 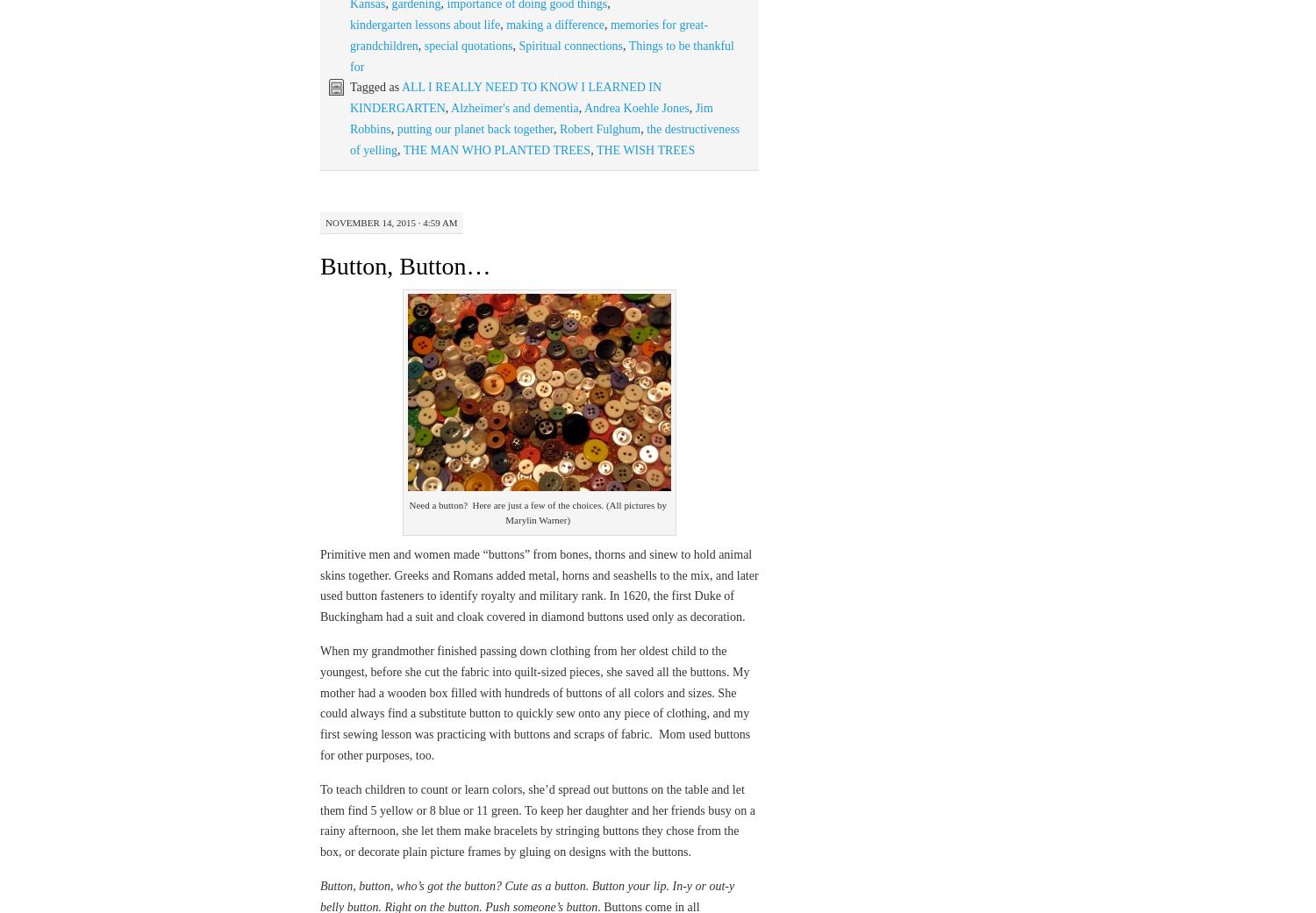 What do you see at coordinates (534, 703) in the screenshot?
I see `'When my grandmother finished passing down clothing from her oldest child to the youngest, before she cut the fabric into quilt-sized pieces, she saved all the buttons. My mother had a wooden box filled with hundreds of buttons of all colors and sizes. She could always find a substitute button to quickly sew onto any piece of clothing, and my first sewing lesson was practicing with buttons and scraps of fabric.  Mom used buttons for other purposes, too.'` at bounding box center [534, 703].